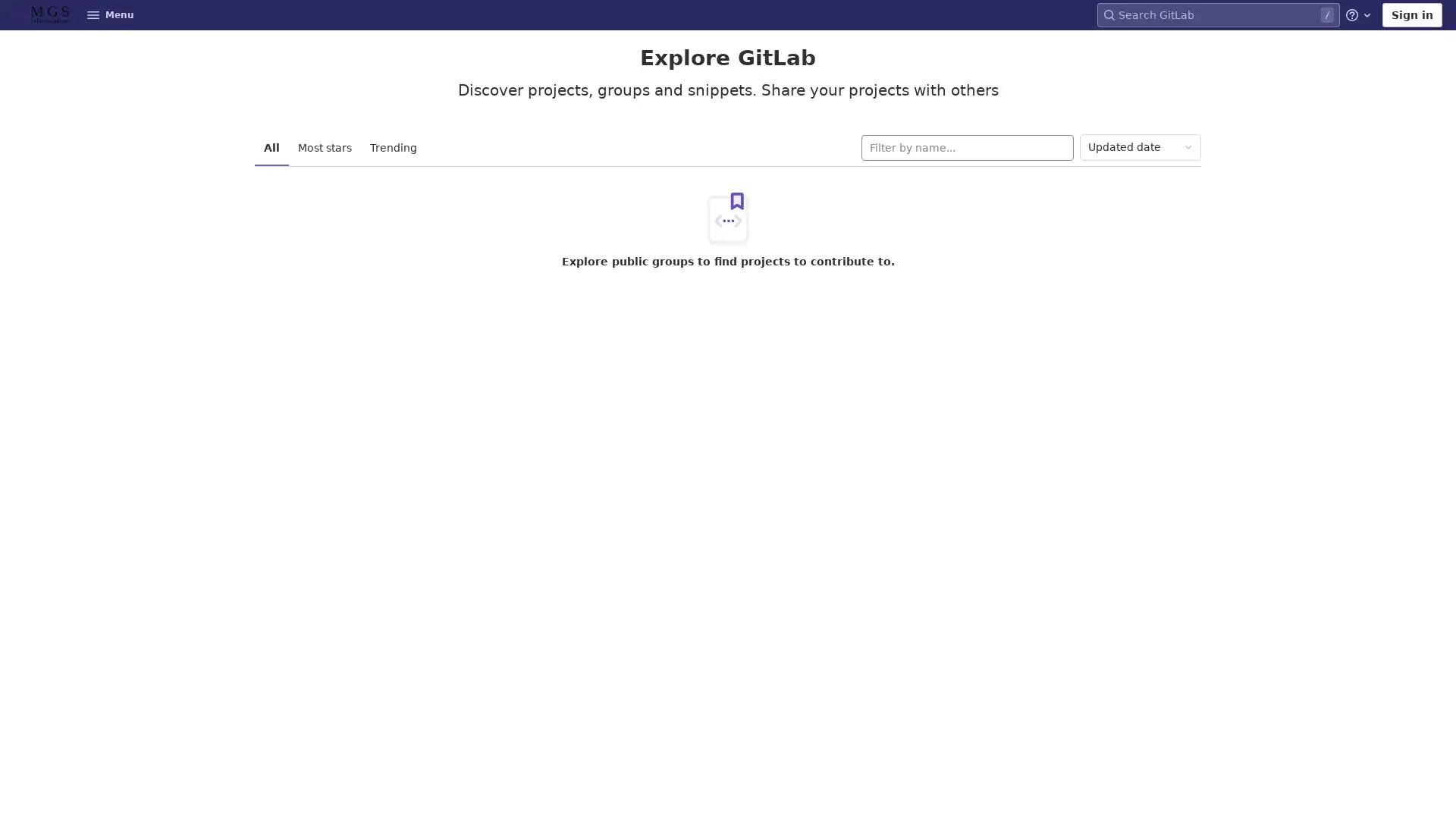  I want to click on Updated date, so click(1140, 147).